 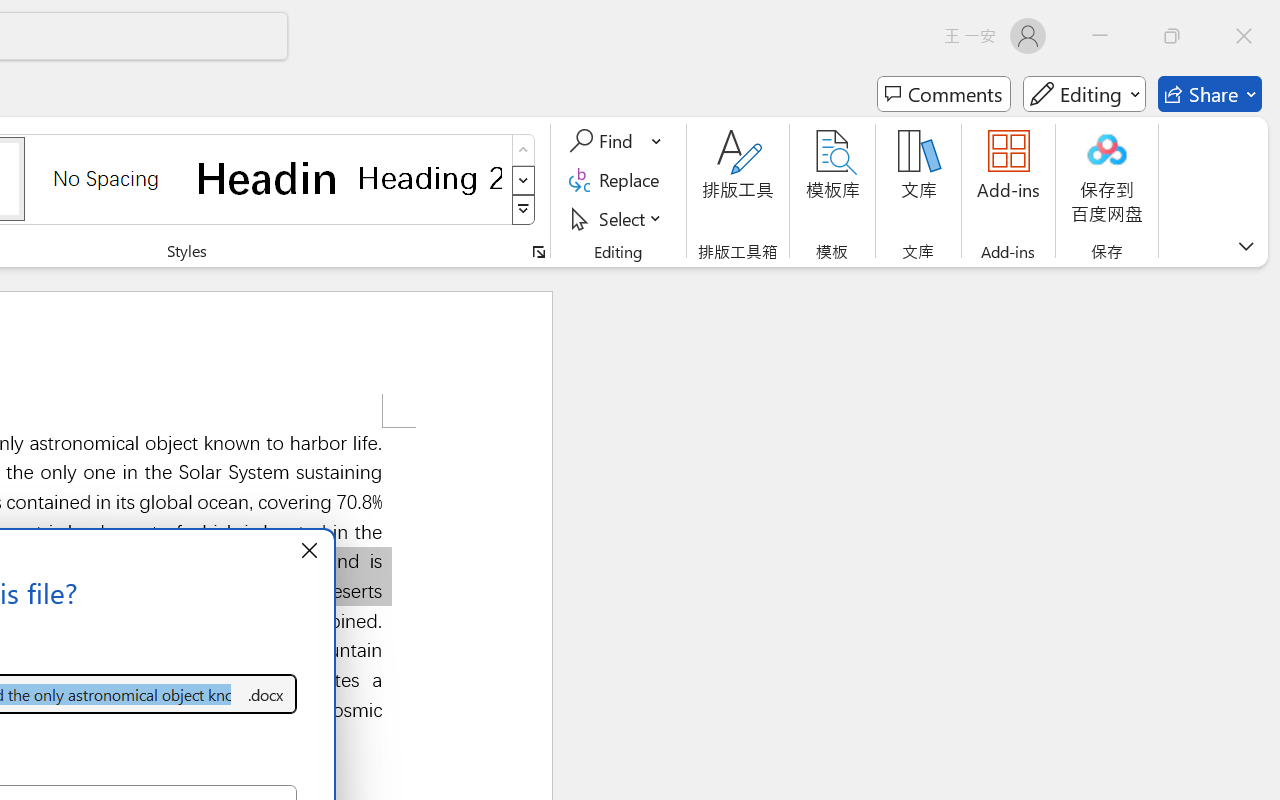 I want to click on 'Row Down', so click(x=523, y=179).